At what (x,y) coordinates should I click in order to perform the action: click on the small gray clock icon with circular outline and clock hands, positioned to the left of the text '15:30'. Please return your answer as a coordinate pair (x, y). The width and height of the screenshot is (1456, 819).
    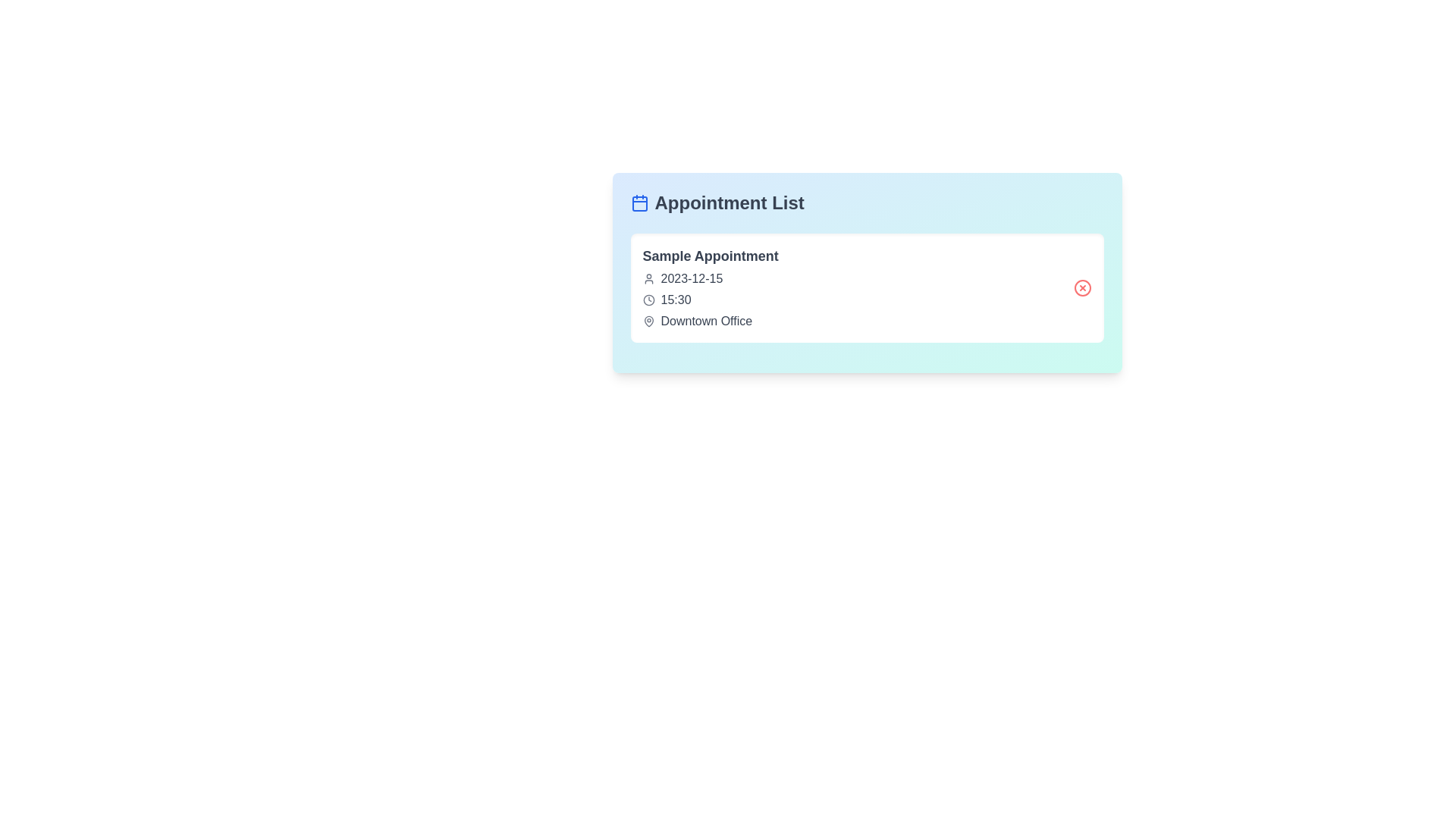
    Looking at the image, I should click on (648, 300).